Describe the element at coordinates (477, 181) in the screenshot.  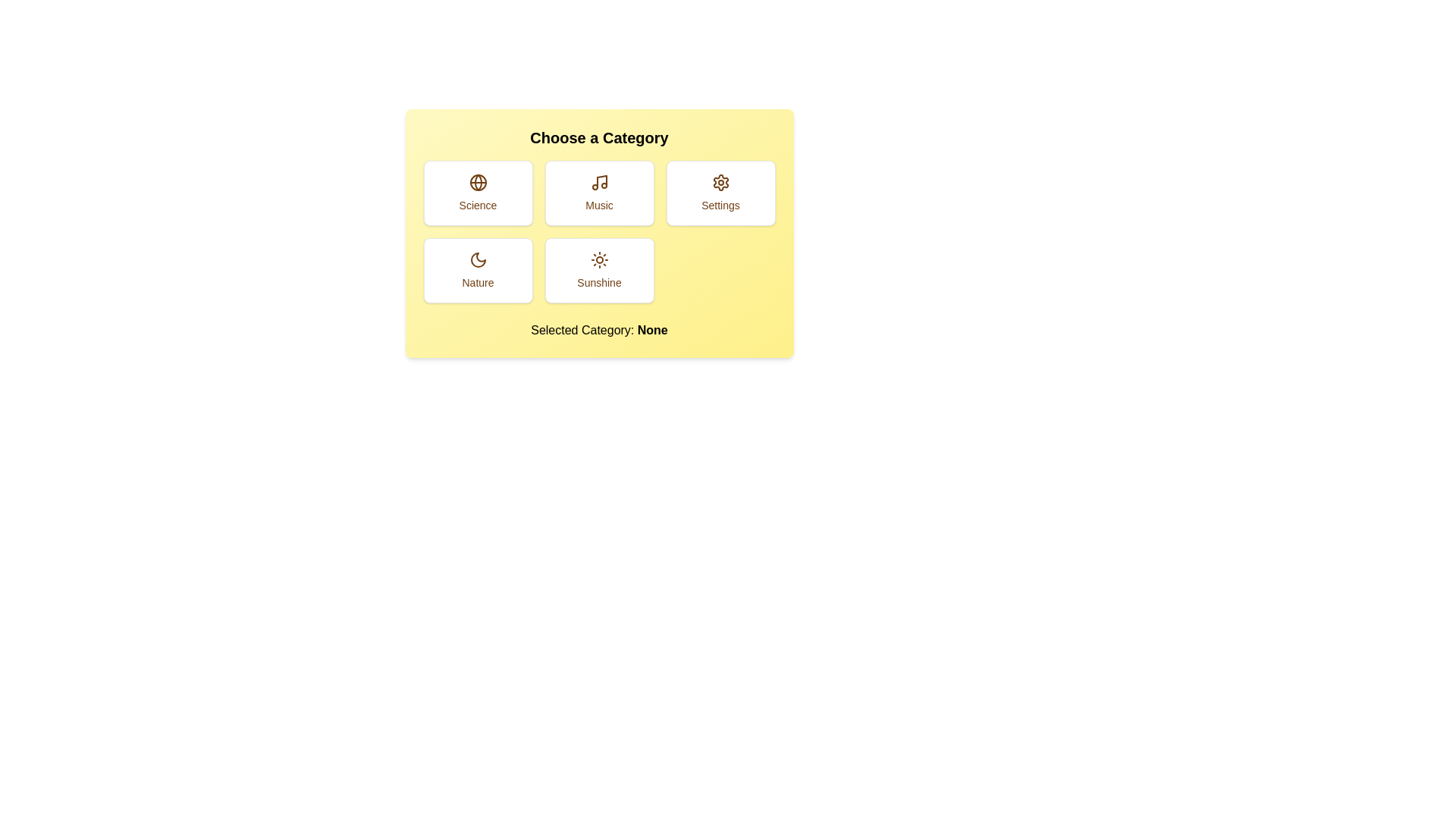
I see `the globe icon with a brown outline located at the top-center of the 'Science' card` at that location.